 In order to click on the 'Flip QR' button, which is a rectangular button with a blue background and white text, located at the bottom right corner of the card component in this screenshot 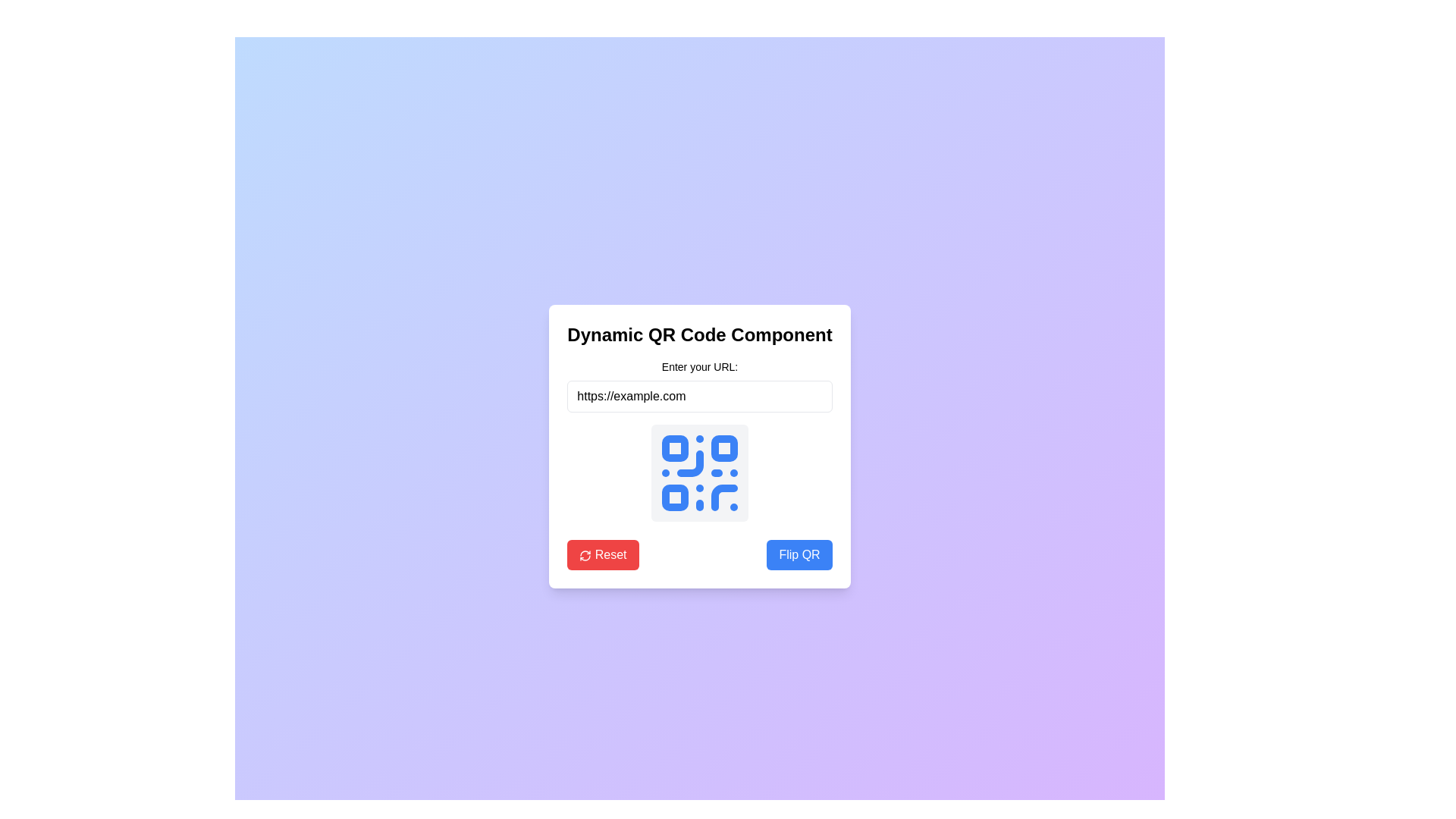, I will do `click(799, 555)`.